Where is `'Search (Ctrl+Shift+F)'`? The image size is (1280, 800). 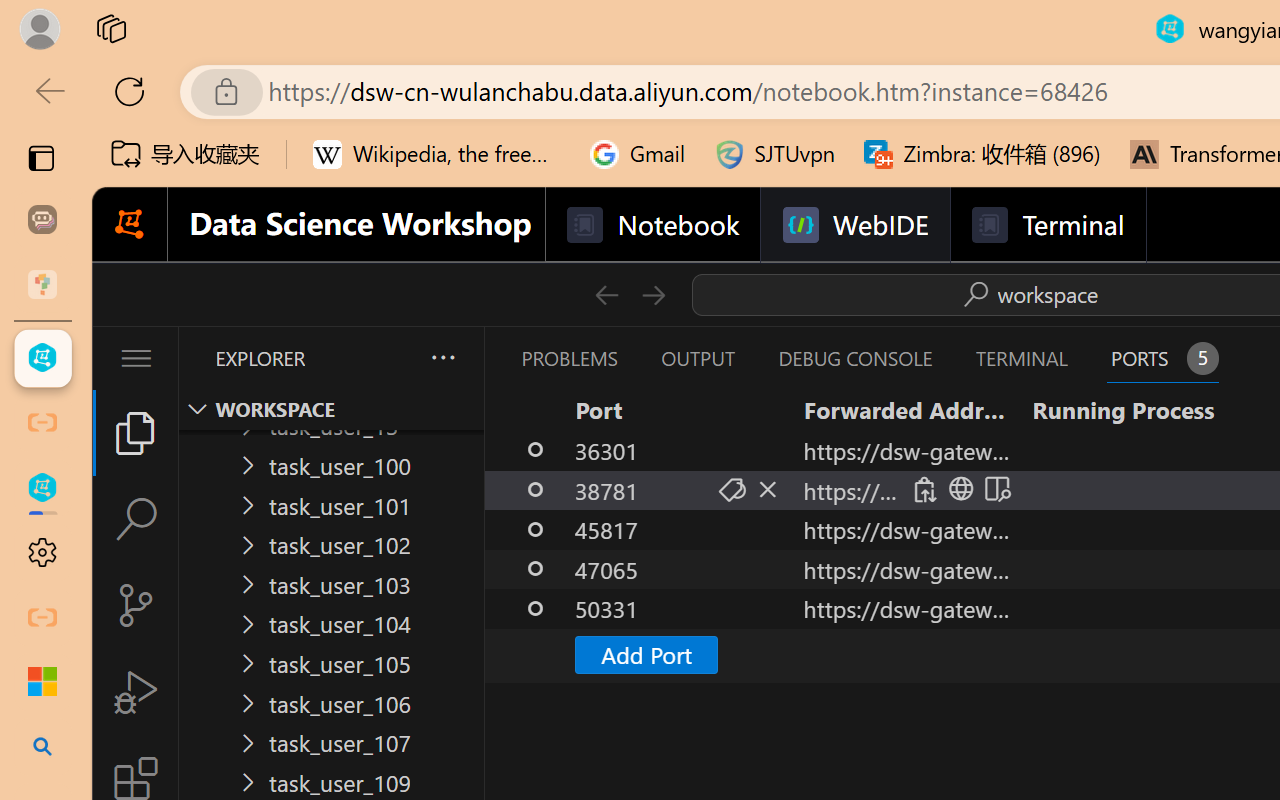 'Search (Ctrl+Shift+F)' is located at coordinates (134, 518).